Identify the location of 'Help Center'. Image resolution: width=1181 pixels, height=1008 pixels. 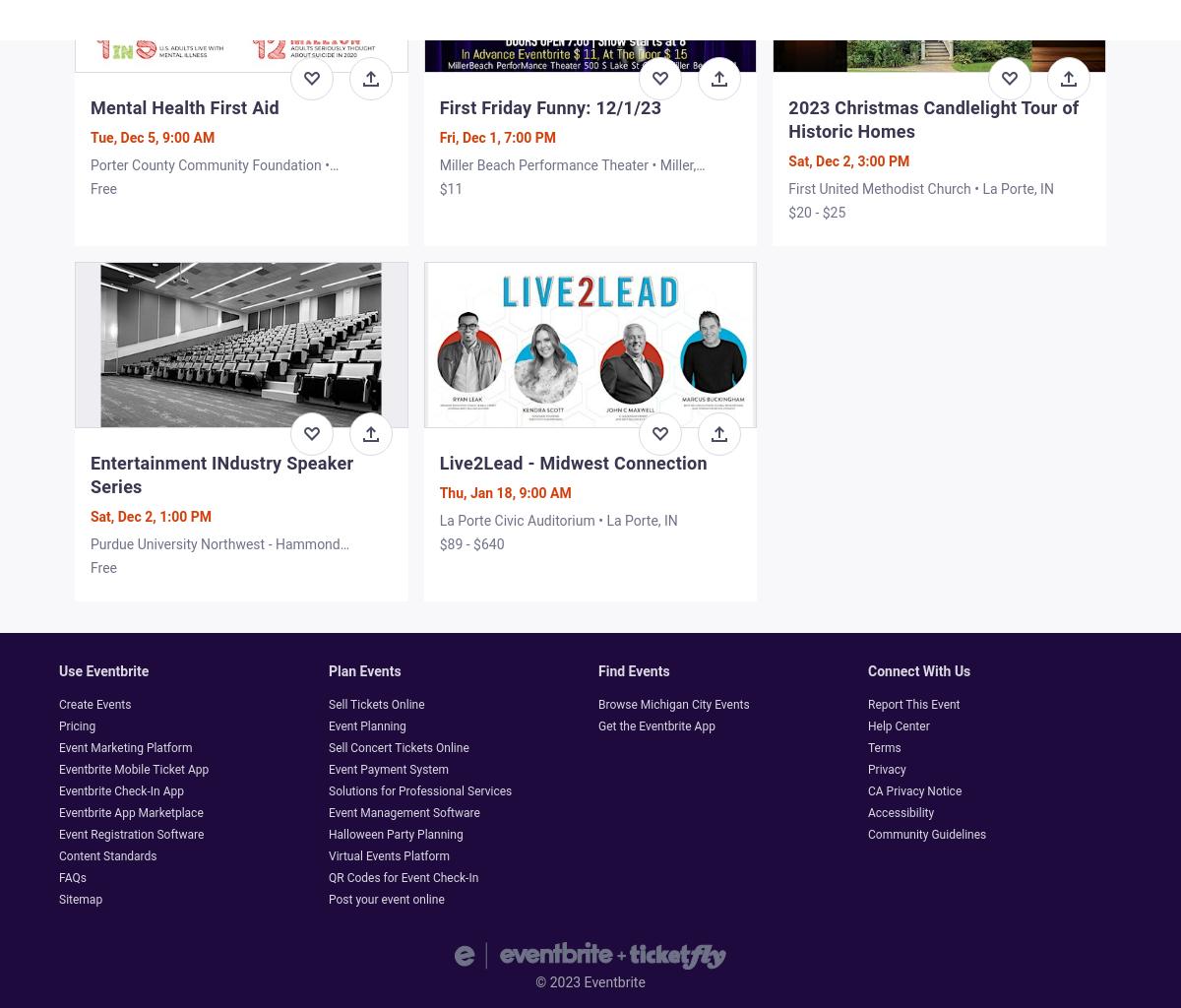
(898, 724).